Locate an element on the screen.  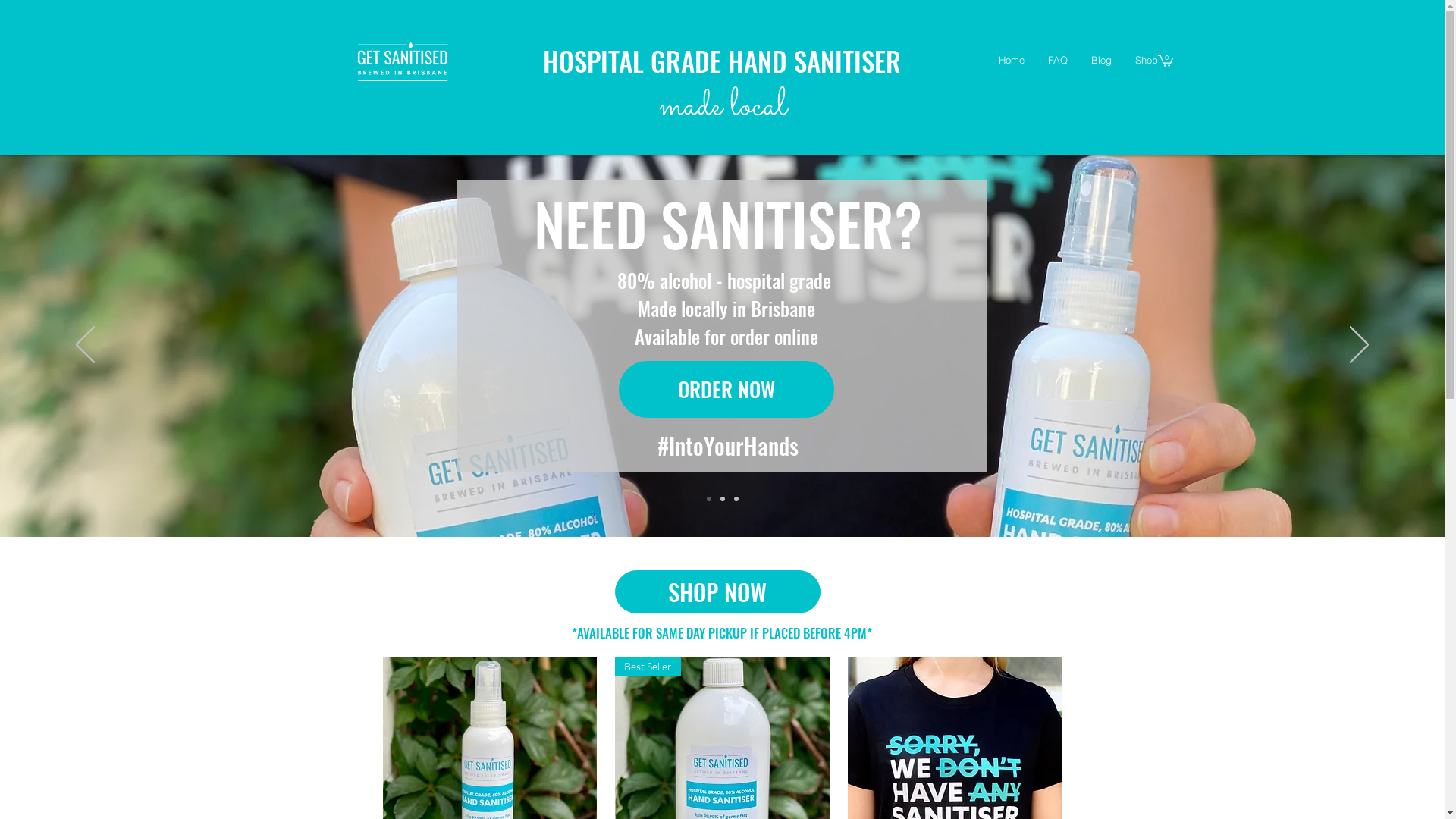
'Home' is located at coordinates (1012, 59).